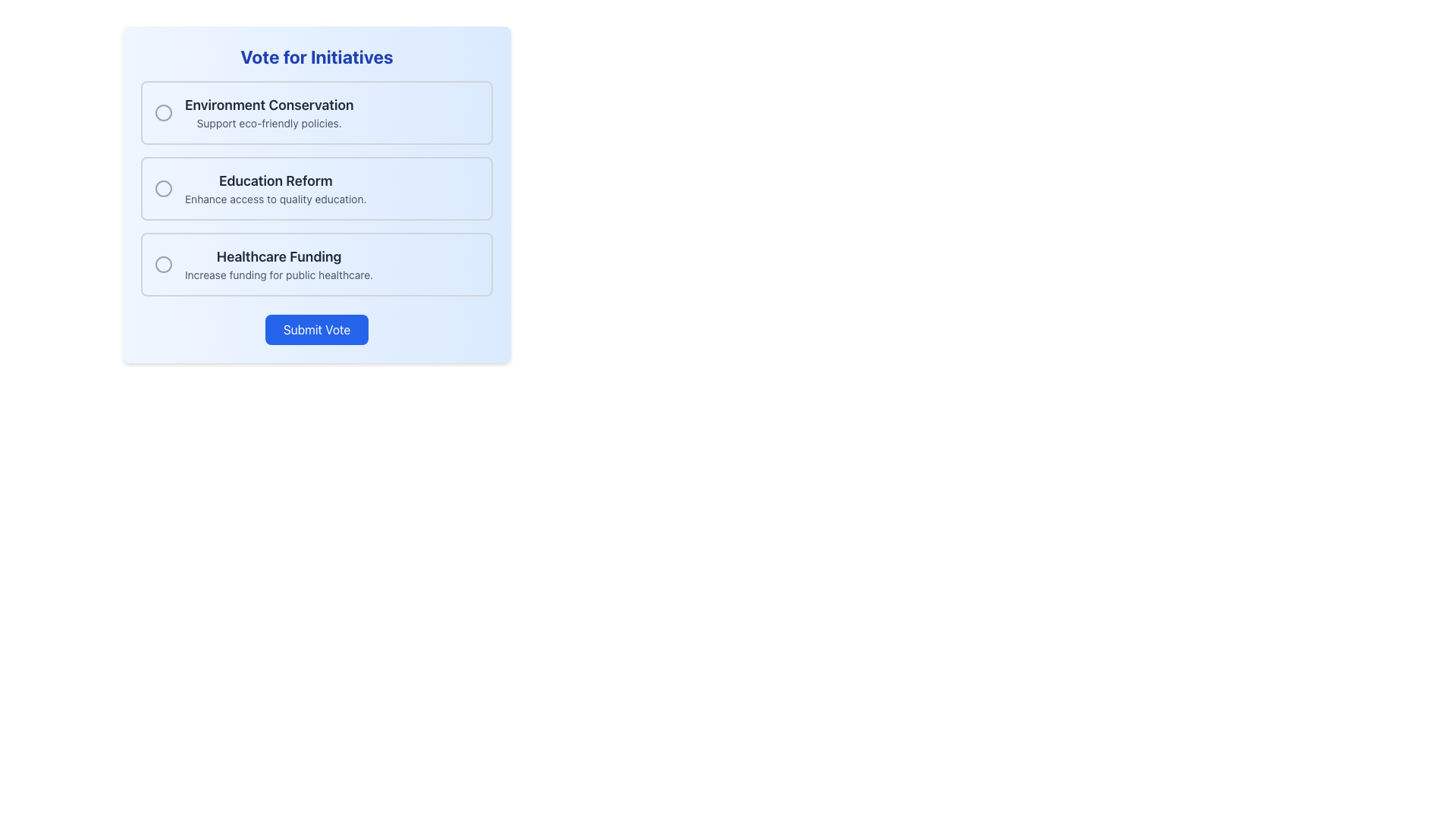  Describe the element at coordinates (164, 112) in the screenshot. I see `the radio button (unfilled circle) for the 'Environment Conservation' option` at that location.